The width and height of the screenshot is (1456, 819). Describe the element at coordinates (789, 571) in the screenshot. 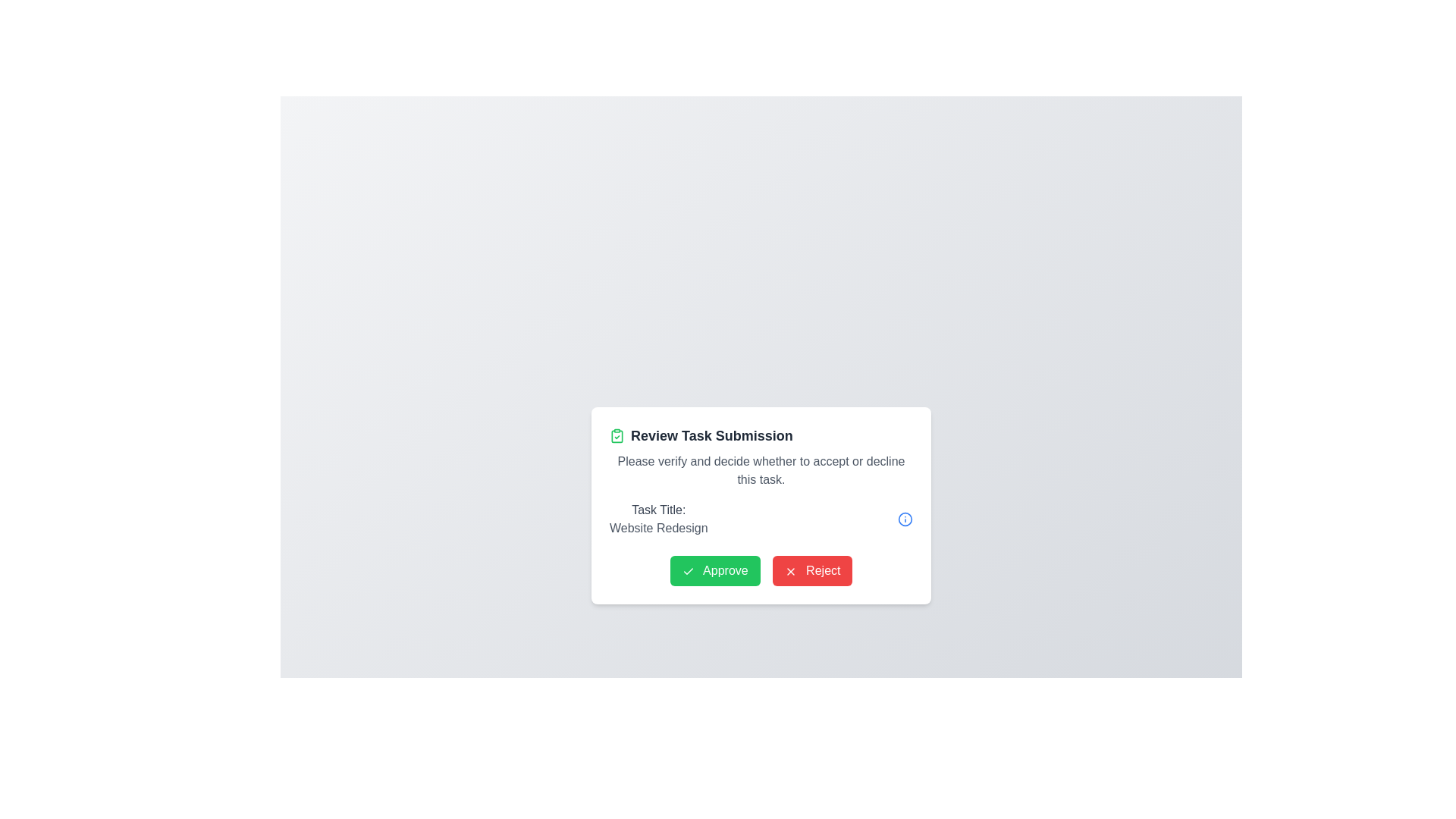

I see `the graphical icon (SVG) representing a rejection action, which is located to the left of the 'Reject' text in a red button at the bottom-right of a centered modal` at that location.